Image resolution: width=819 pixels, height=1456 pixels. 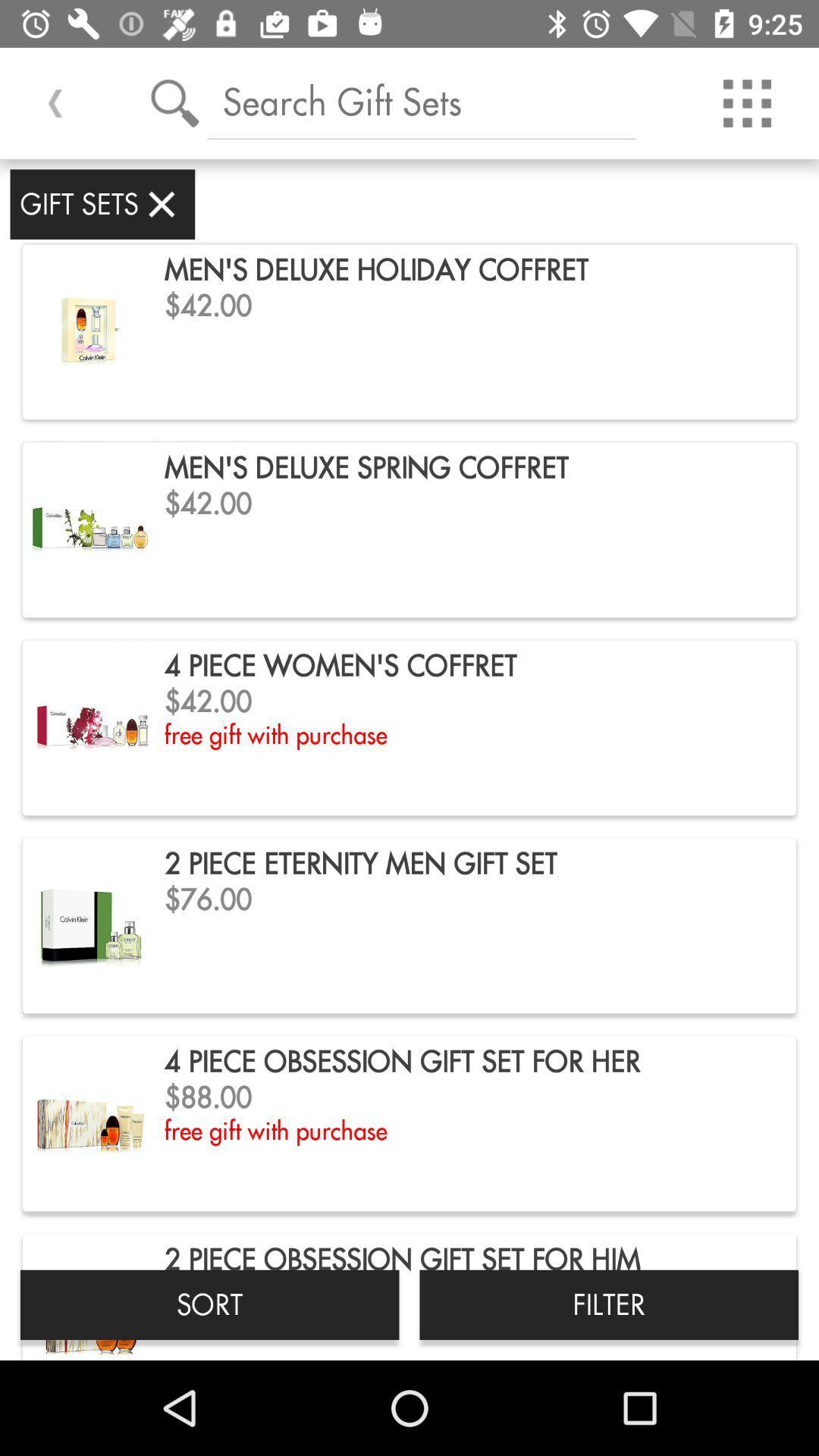 What do you see at coordinates (608, 1304) in the screenshot?
I see `the item to the right of sort item` at bounding box center [608, 1304].